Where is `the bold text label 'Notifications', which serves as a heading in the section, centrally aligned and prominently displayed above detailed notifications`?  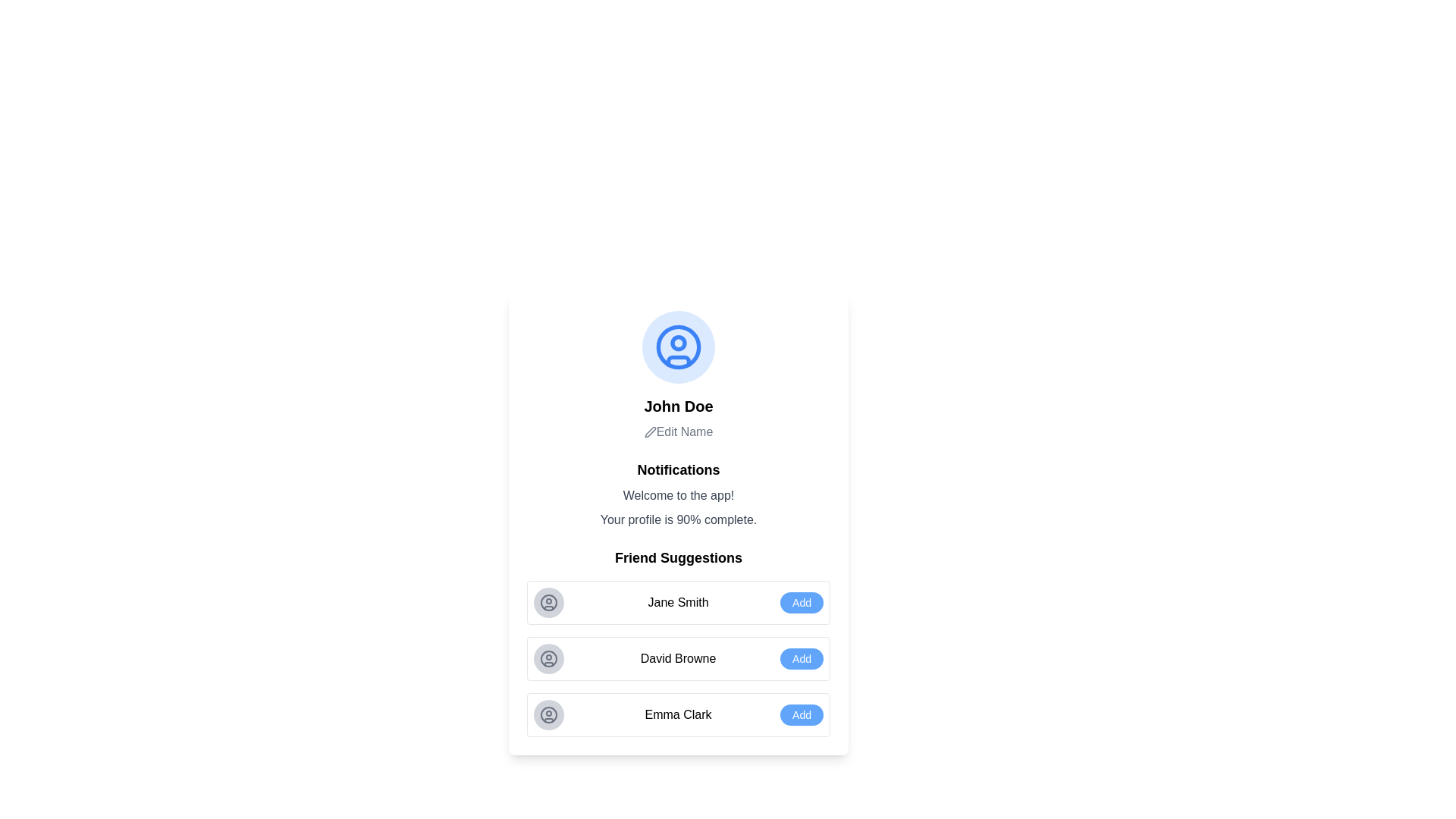 the bold text label 'Notifications', which serves as a heading in the section, centrally aligned and prominently displayed above detailed notifications is located at coordinates (677, 469).